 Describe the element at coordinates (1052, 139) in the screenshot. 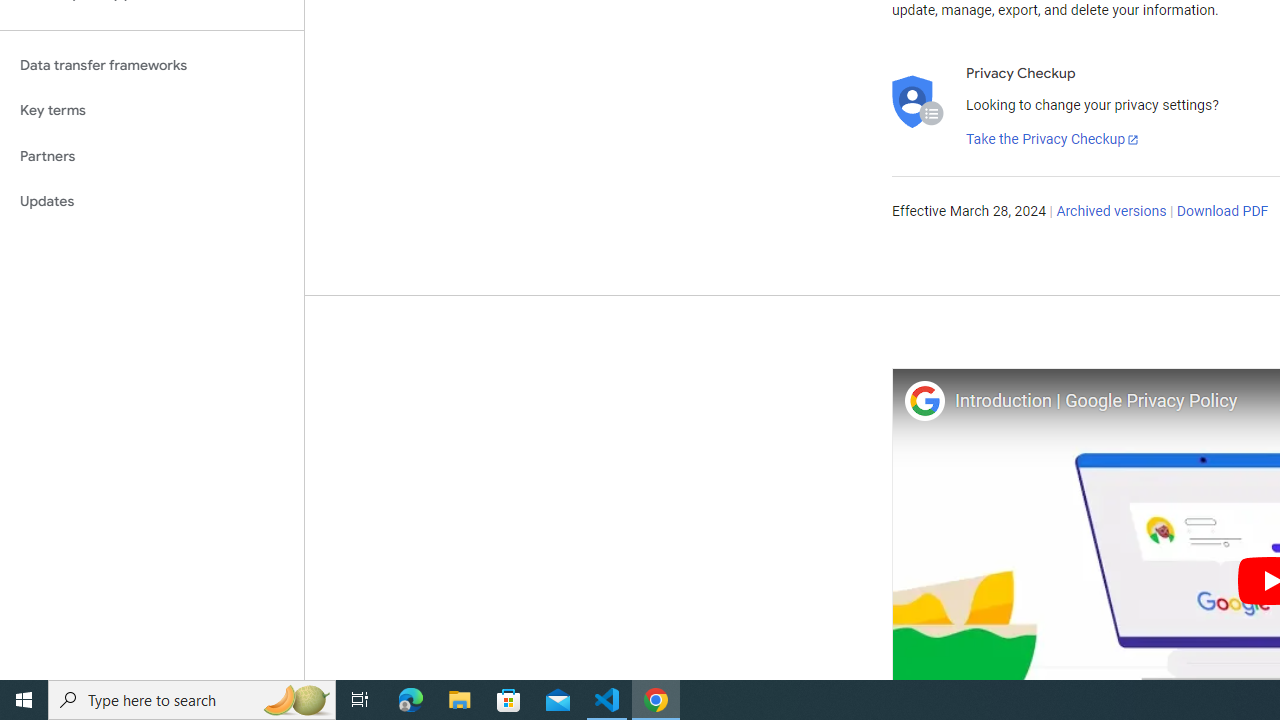

I see `'Take the Privacy Checkup'` at that location.